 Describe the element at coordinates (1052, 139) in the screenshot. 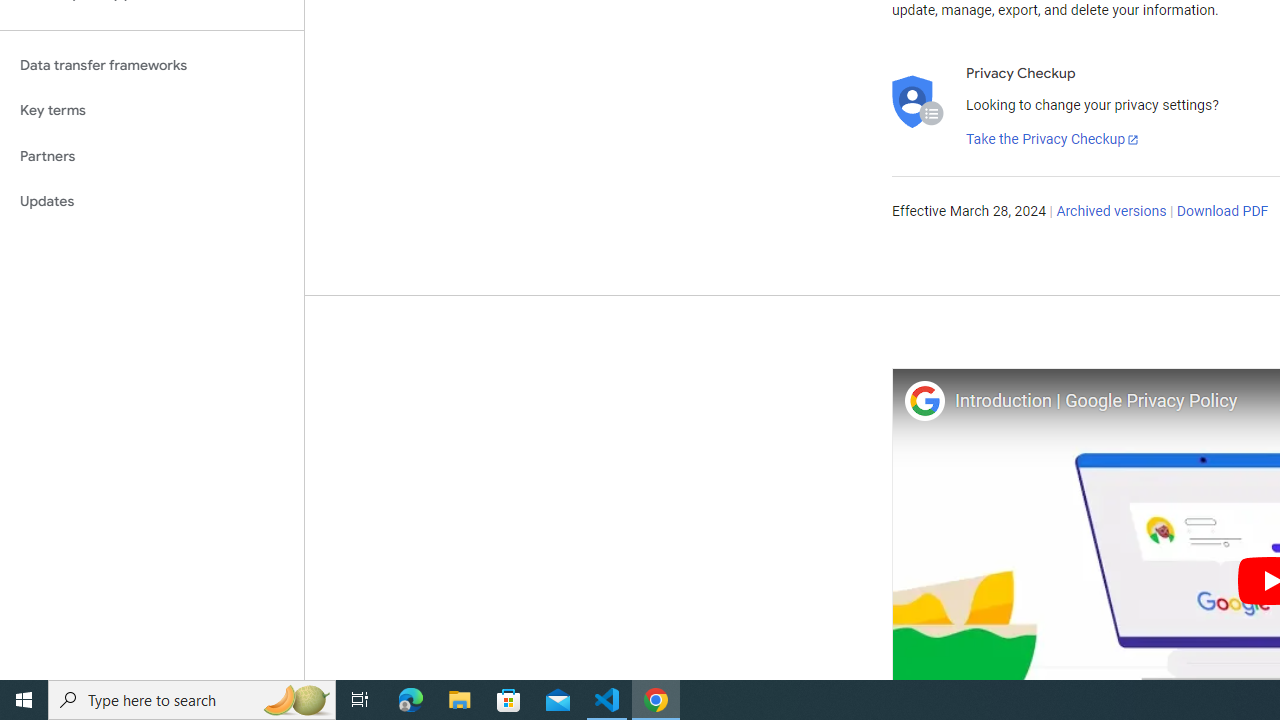

I see `'Take the Privacy Checkup'` at that location.